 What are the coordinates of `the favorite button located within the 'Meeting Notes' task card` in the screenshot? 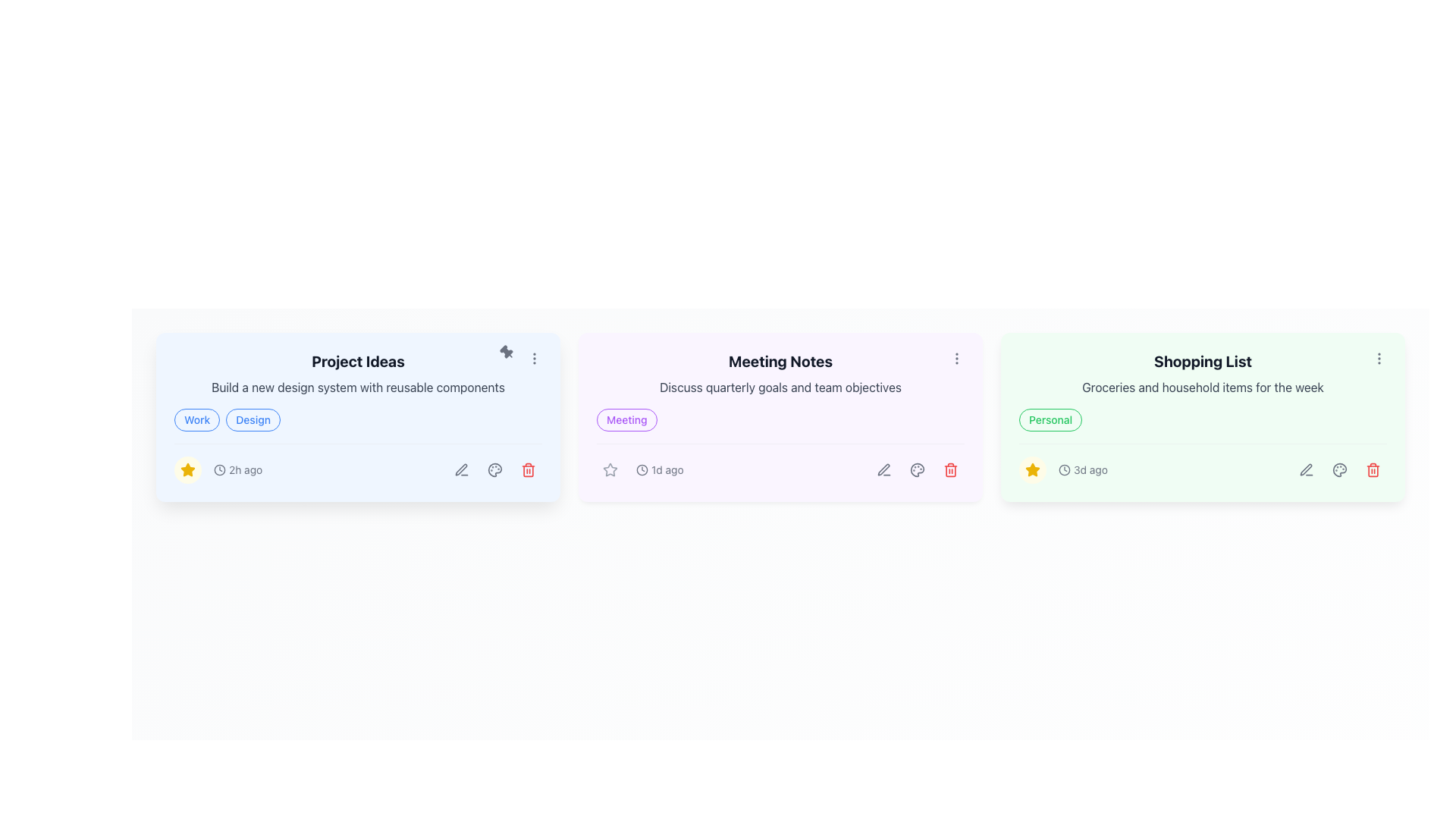 It's located at (610, 469).